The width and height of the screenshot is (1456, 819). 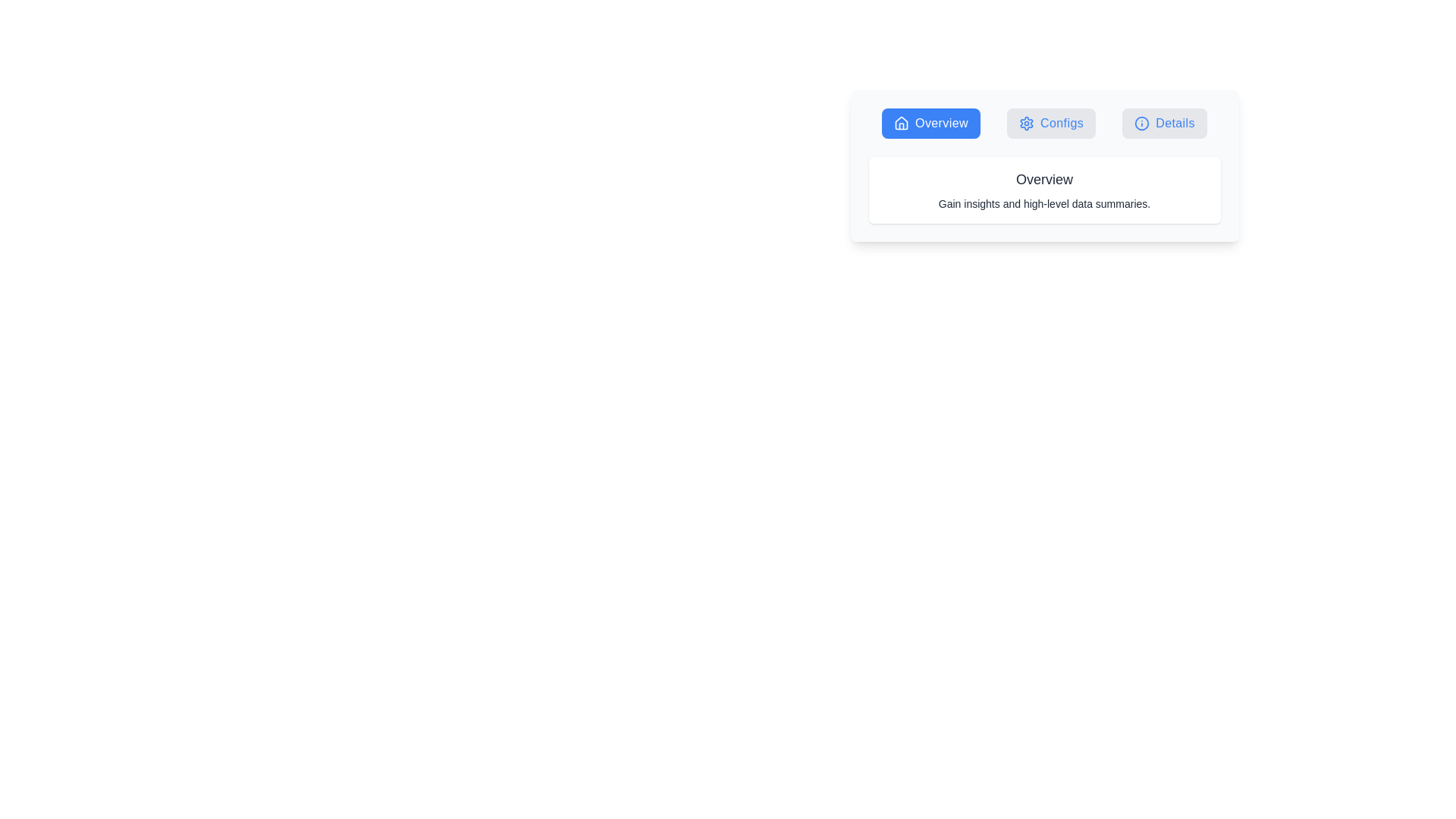 What do you see at coordinates (1164, 122) in the screenshot?
I see `the tab labeled Details` at bounding box center [1164, 122].